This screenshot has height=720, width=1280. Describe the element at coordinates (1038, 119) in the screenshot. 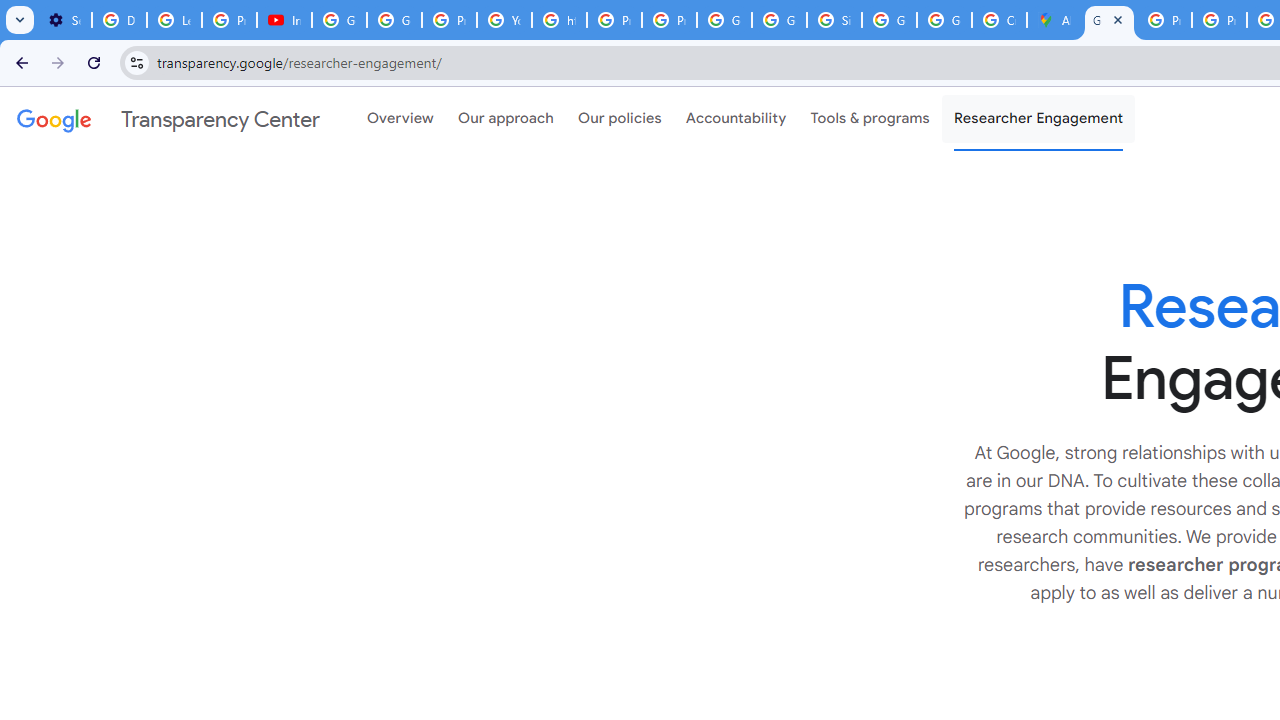

I see `'Researcher Engagement'` at that location.